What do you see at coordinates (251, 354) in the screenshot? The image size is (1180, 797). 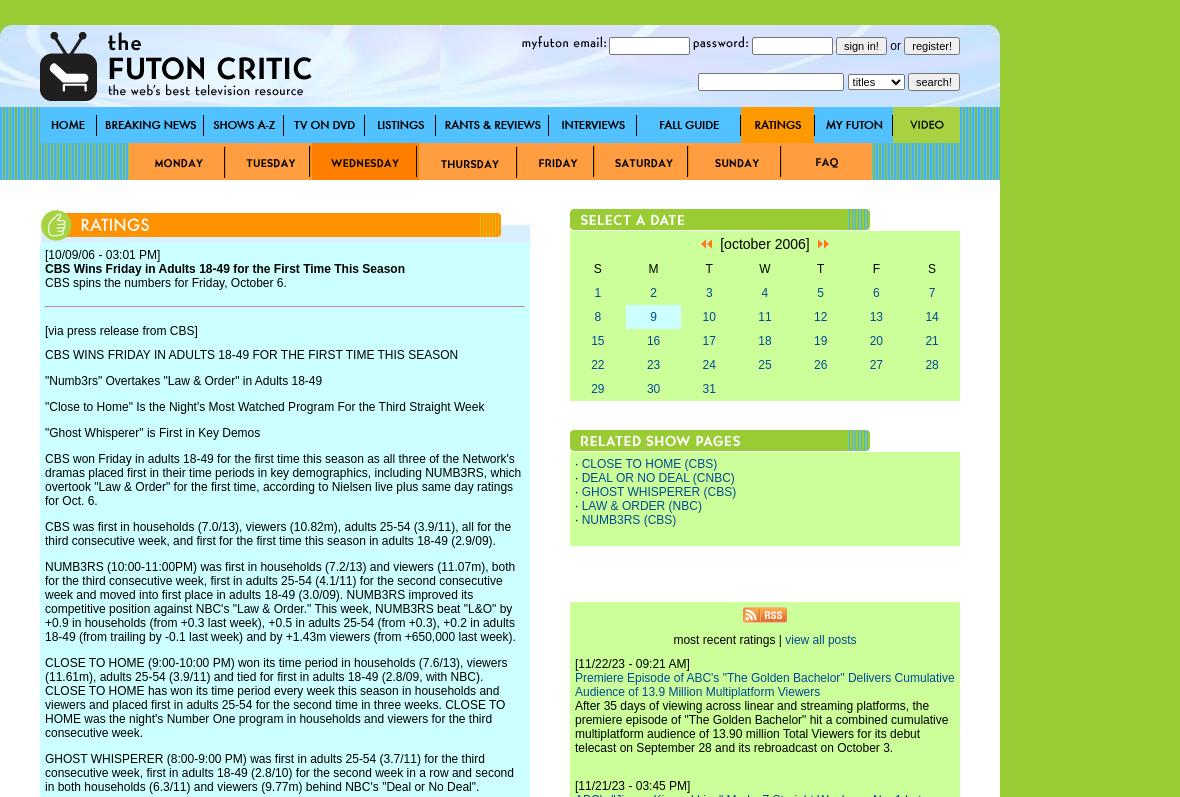 I see `'CBS WINS FRIDAY IN ADULTS 18-49 FOR THE FIRST TIME THIS SEASON'` at bounding box center [251, 354].